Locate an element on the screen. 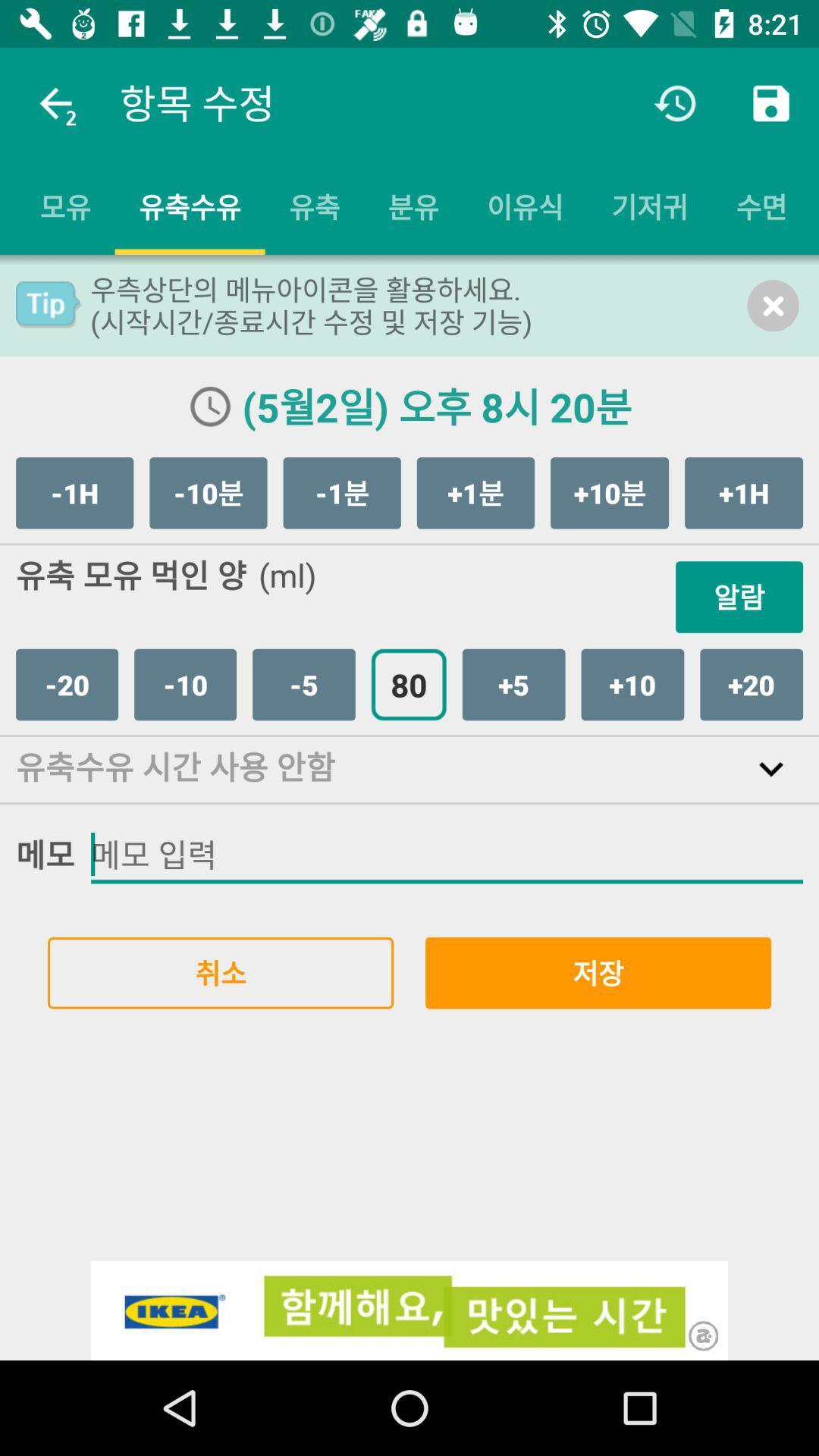 Image resolution: width=819 pixels, height=1456 pixels. 1h is located at coordinates (74, 493).